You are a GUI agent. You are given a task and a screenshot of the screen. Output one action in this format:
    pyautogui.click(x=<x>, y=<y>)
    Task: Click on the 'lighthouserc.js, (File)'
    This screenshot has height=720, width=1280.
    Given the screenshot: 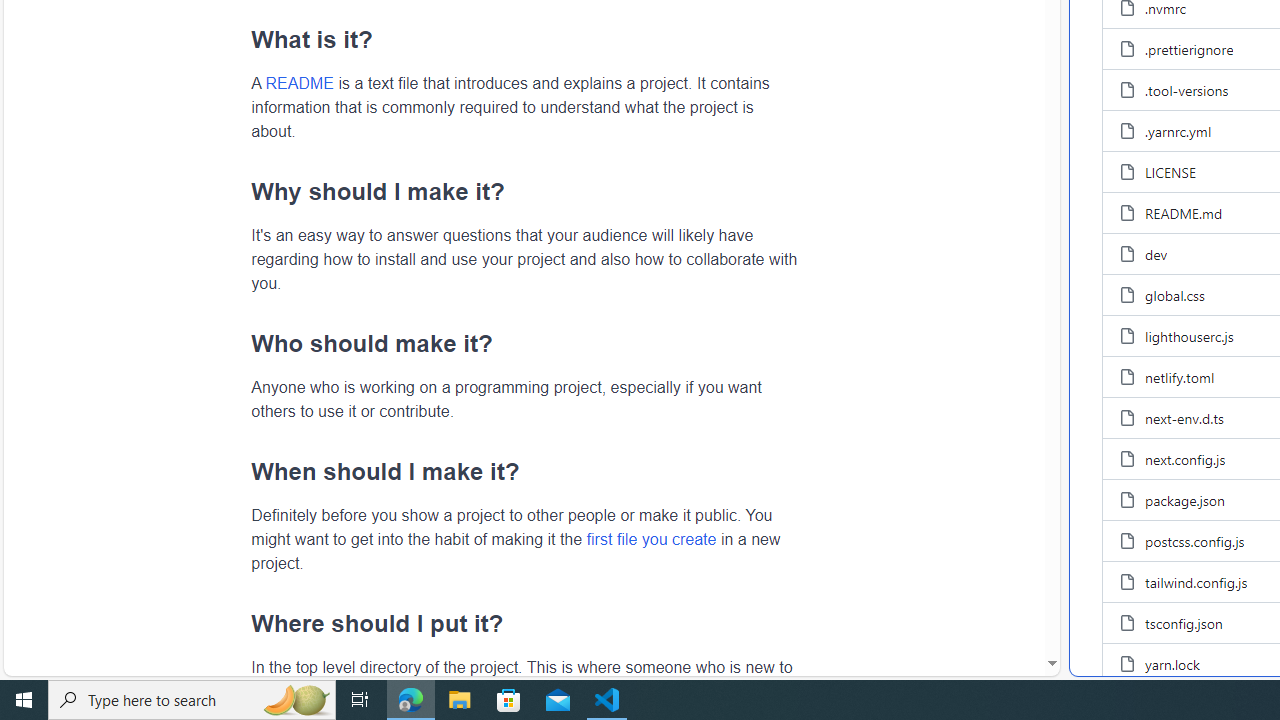 What is the action you would take?
    pyautogui.click(x=1189, y=335)
    